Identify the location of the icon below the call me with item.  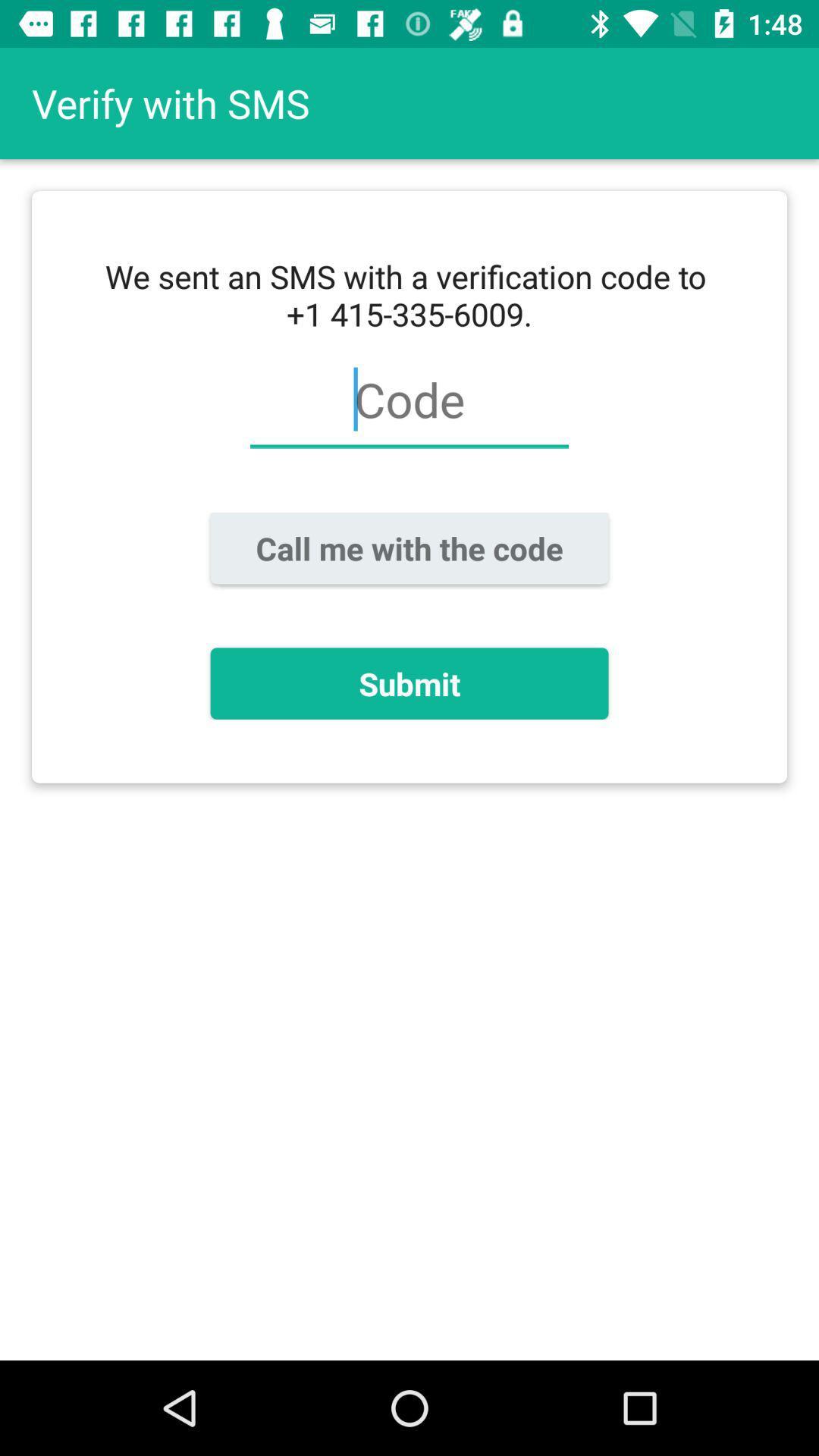
(409, 682).